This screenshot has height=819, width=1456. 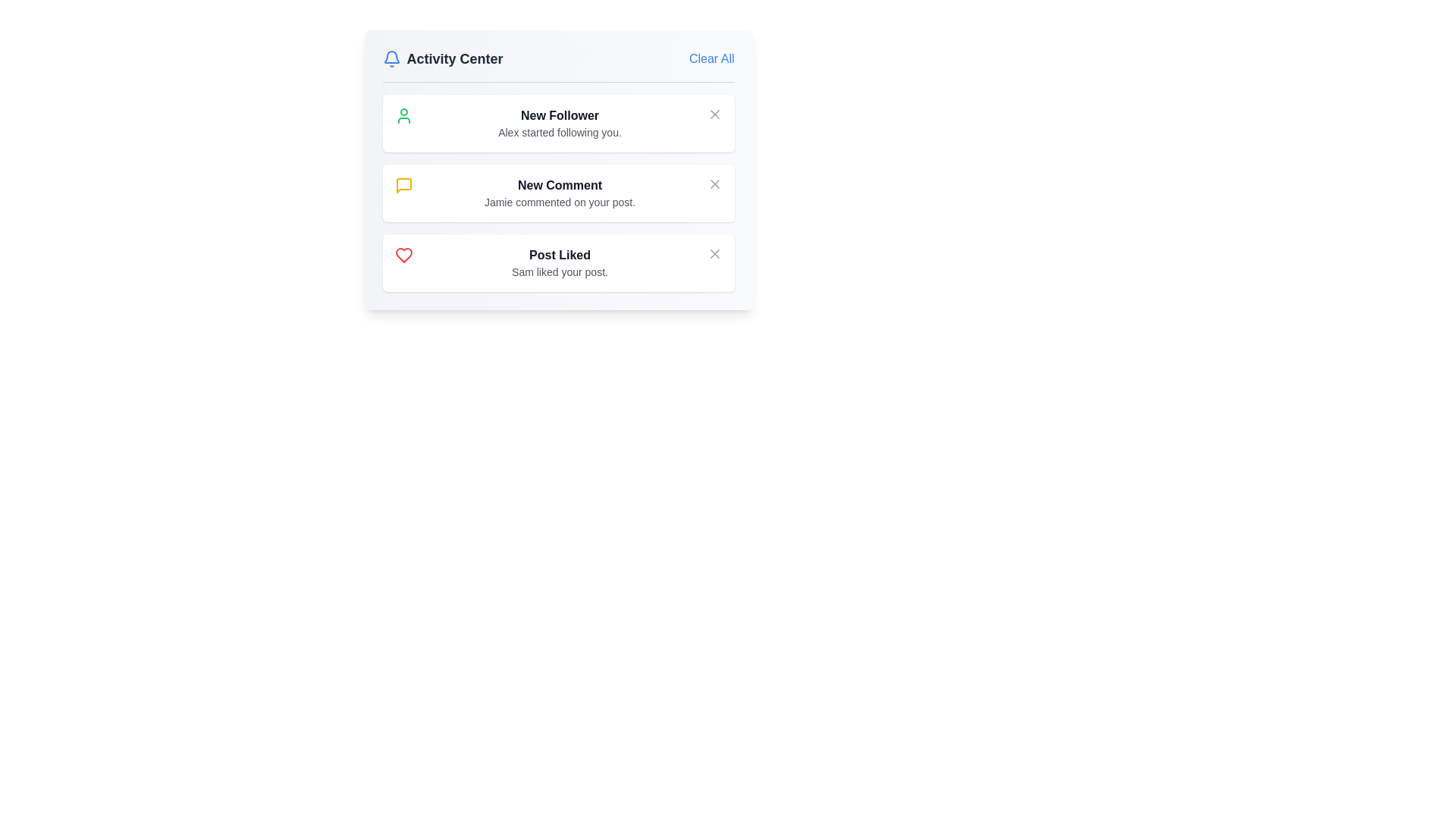 I want to click on the decorative icon in the second notification item titled 'New Comment' with subtitle 'Jamie commented on your post.', so click(x=403, y=185).